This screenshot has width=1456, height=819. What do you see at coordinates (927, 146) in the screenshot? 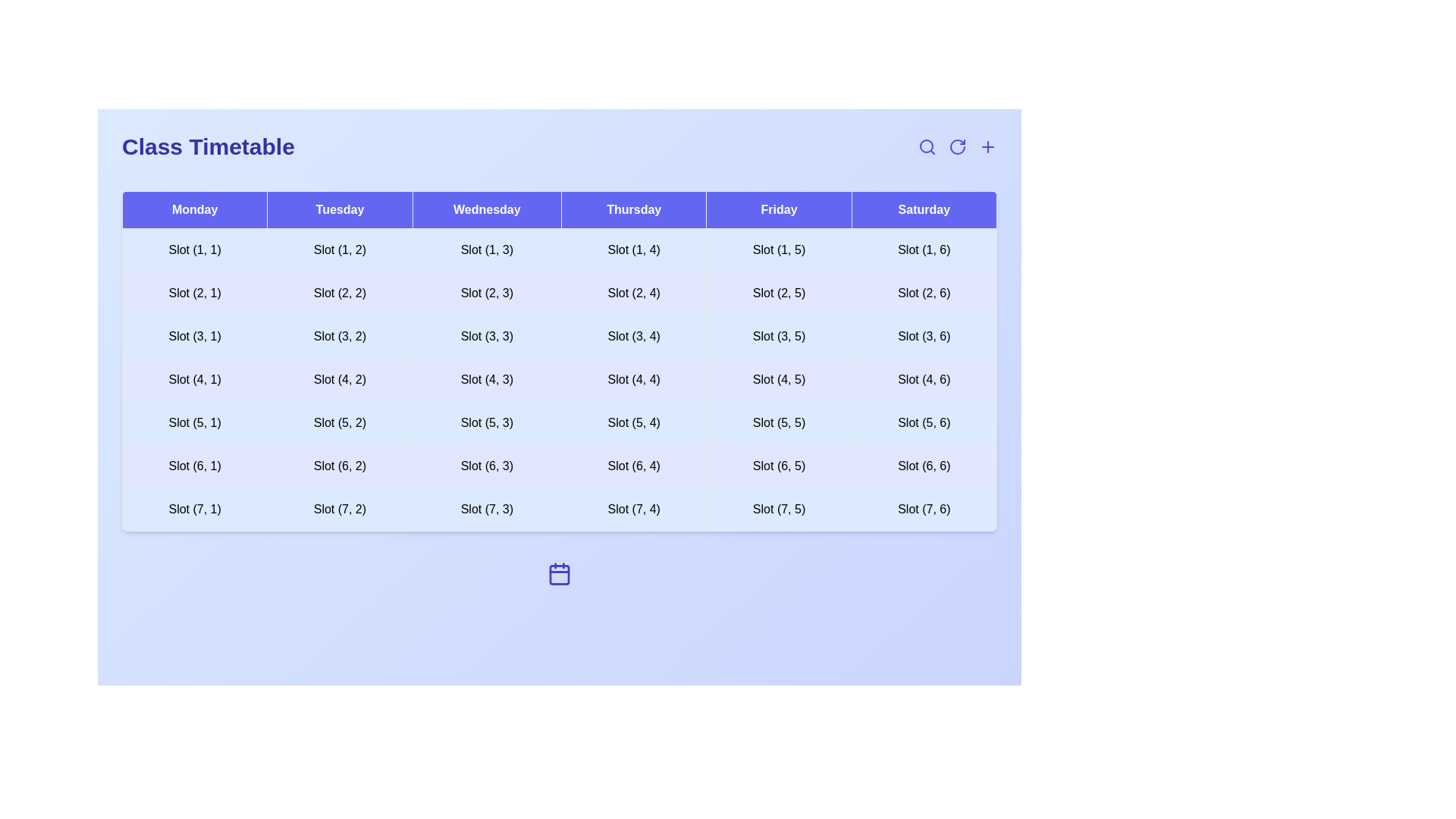
I see `the search icon to initiate a search` at bounding box center [927, 146].